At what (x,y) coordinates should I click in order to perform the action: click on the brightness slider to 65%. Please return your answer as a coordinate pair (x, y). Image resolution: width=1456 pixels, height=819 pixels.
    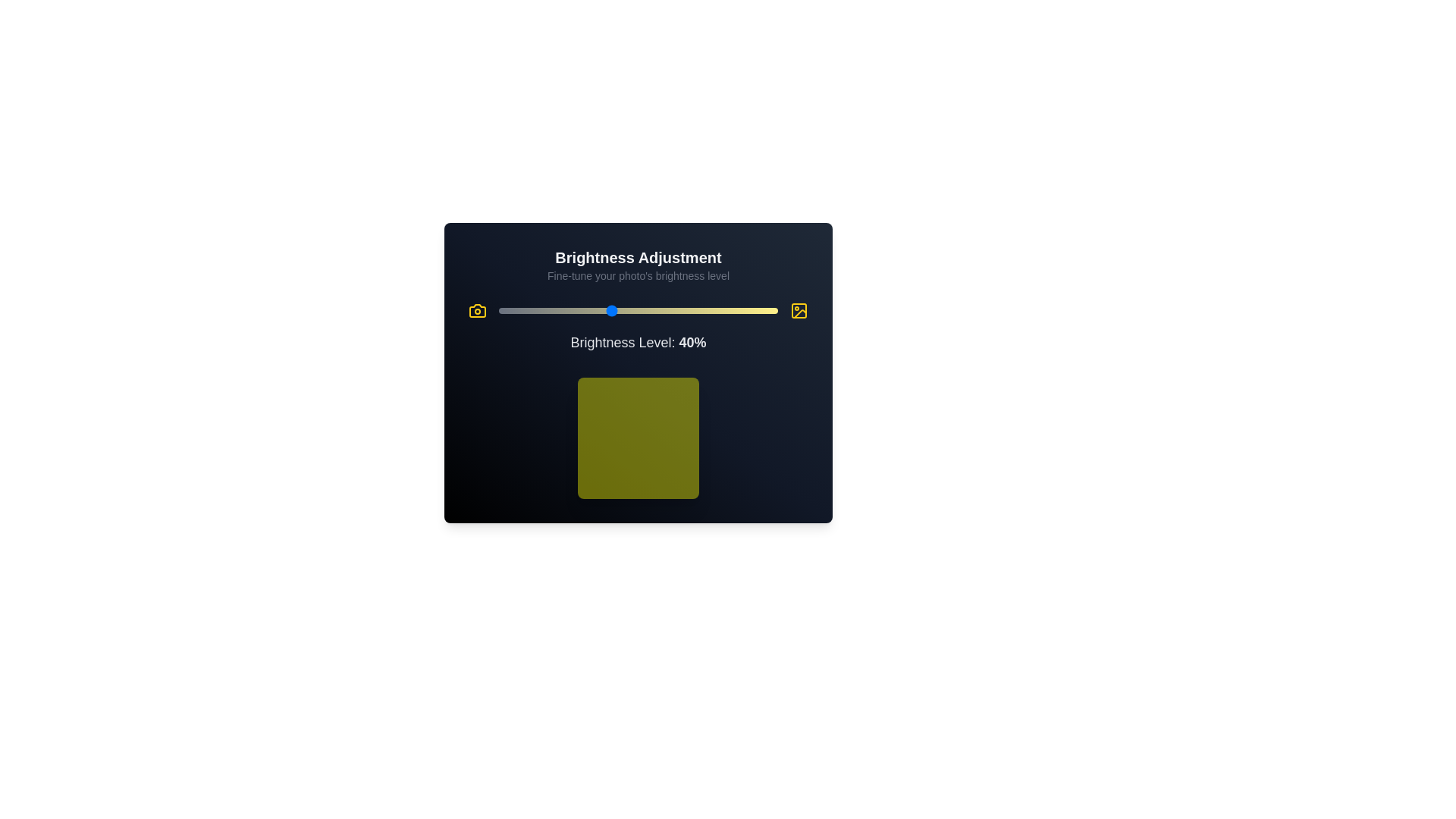
    Looking at the image, I should click on (679, 309).